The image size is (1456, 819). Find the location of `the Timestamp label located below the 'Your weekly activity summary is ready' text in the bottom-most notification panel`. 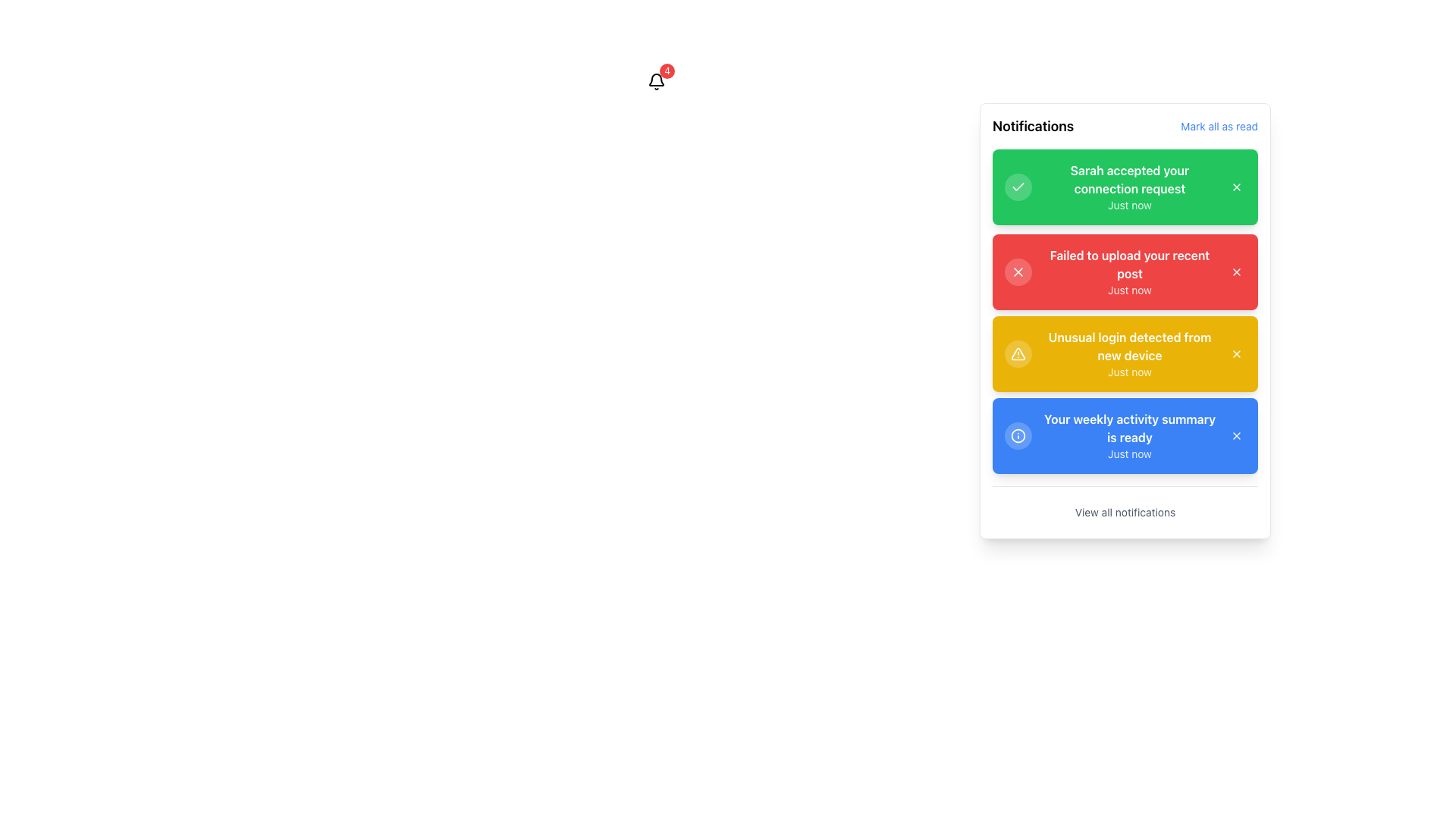

the Timestamp label located below the 'Your weekly activity summary is ready' text in the bottom-most notification panel is located at coordinates (1129, 453).